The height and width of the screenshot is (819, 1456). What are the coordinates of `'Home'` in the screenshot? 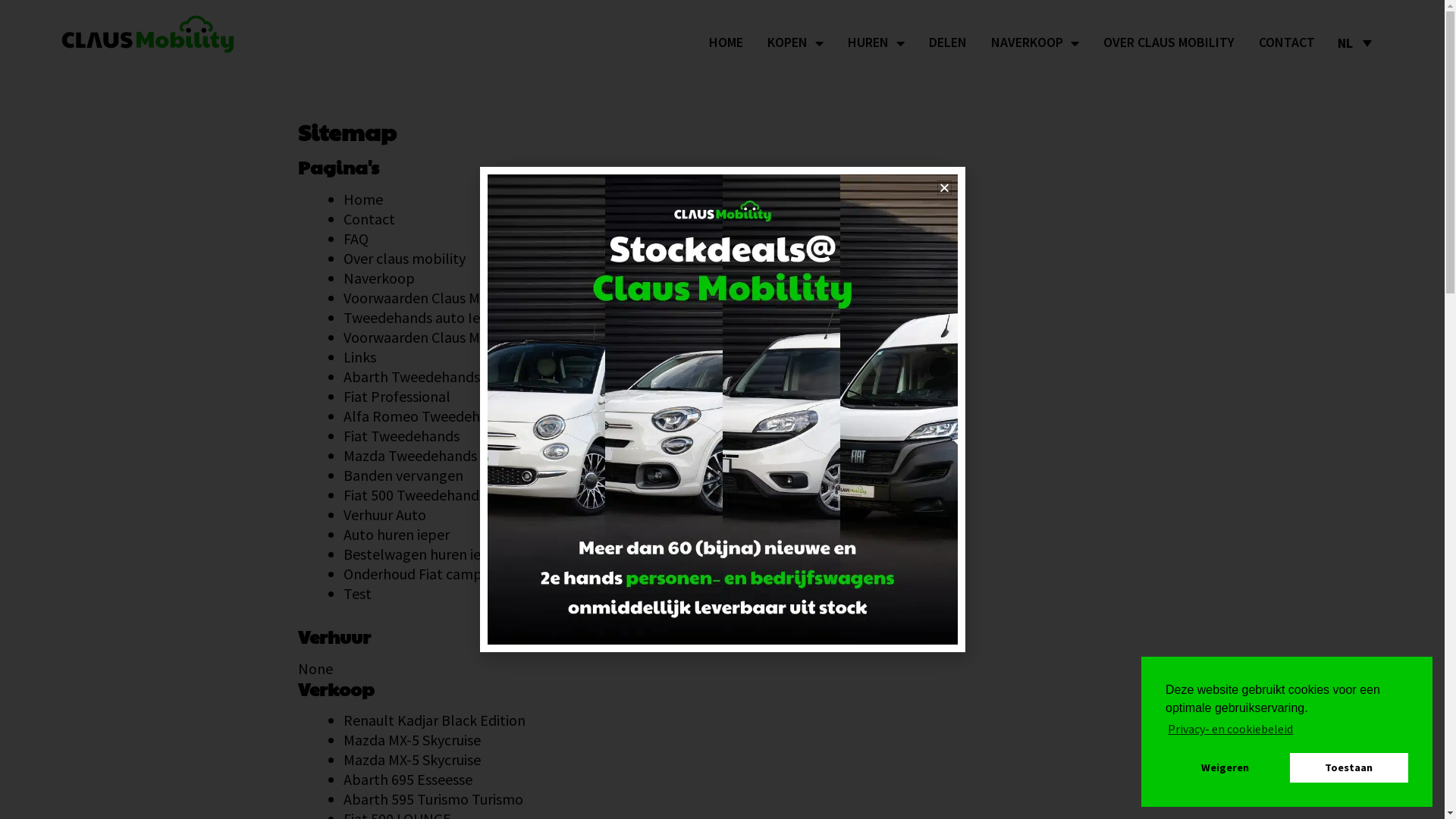 It's located at (362, 198).